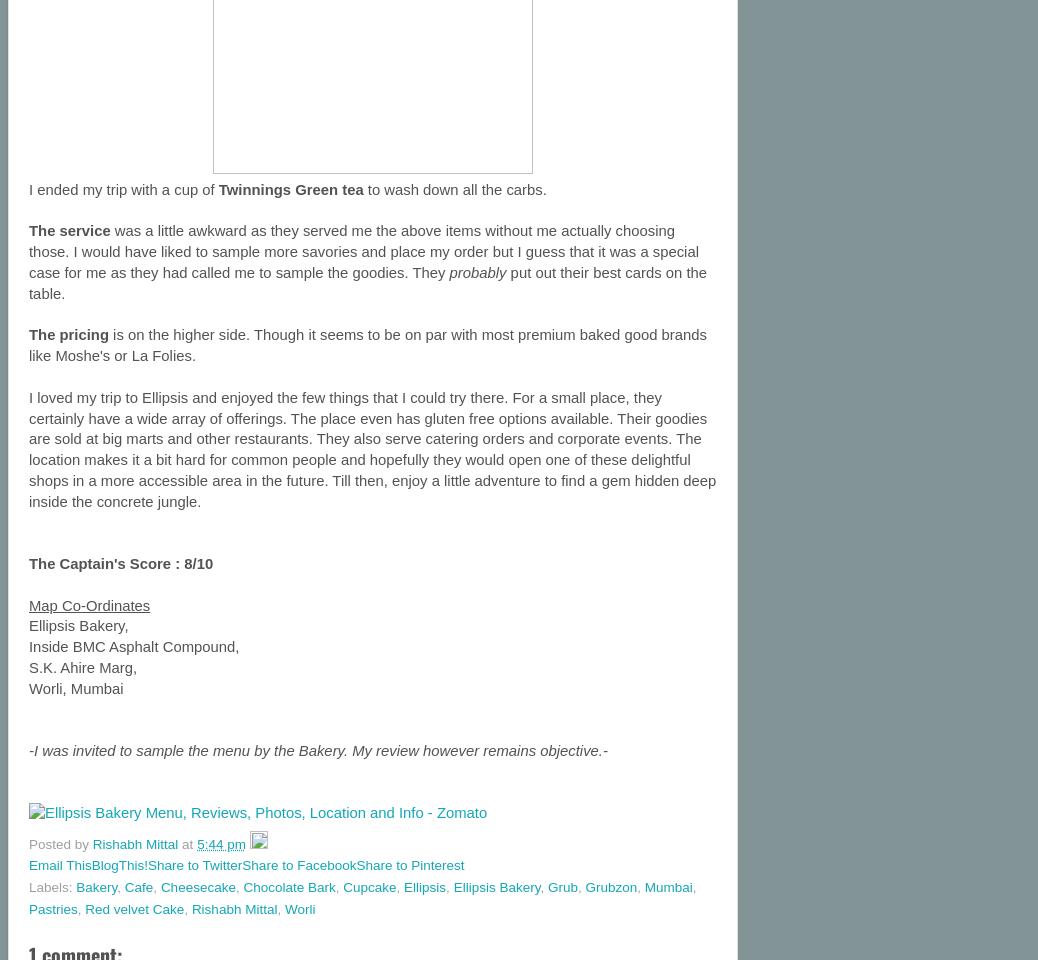 This screenshot has width=1038, height=960. What do you see at coordinates (84, 908) in the screenshot?
I see `'Red velvet Cake'` at bounding box center [84, 908].